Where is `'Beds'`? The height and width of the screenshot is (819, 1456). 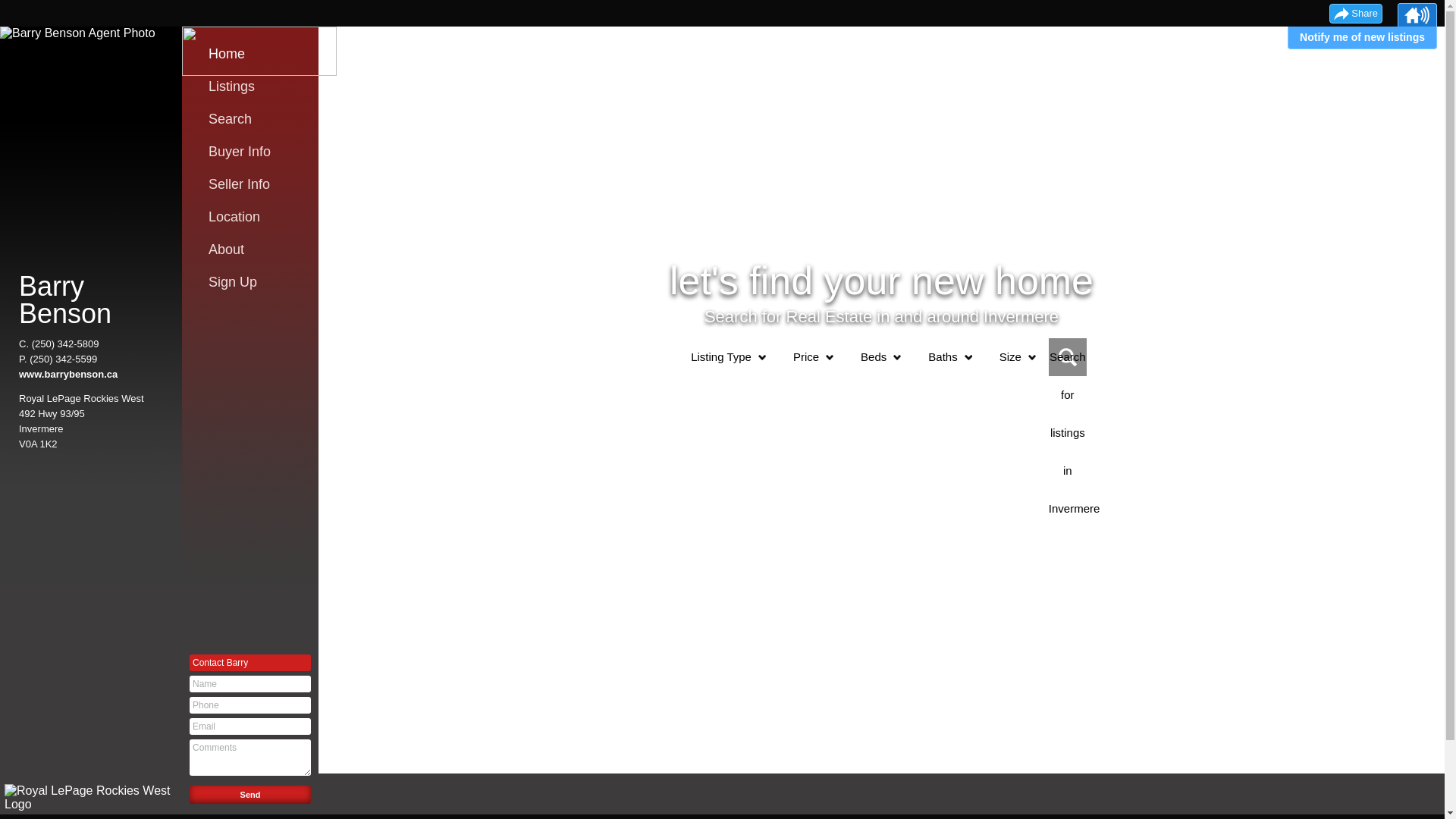
'Beds' is located at coordinates (846, 356).